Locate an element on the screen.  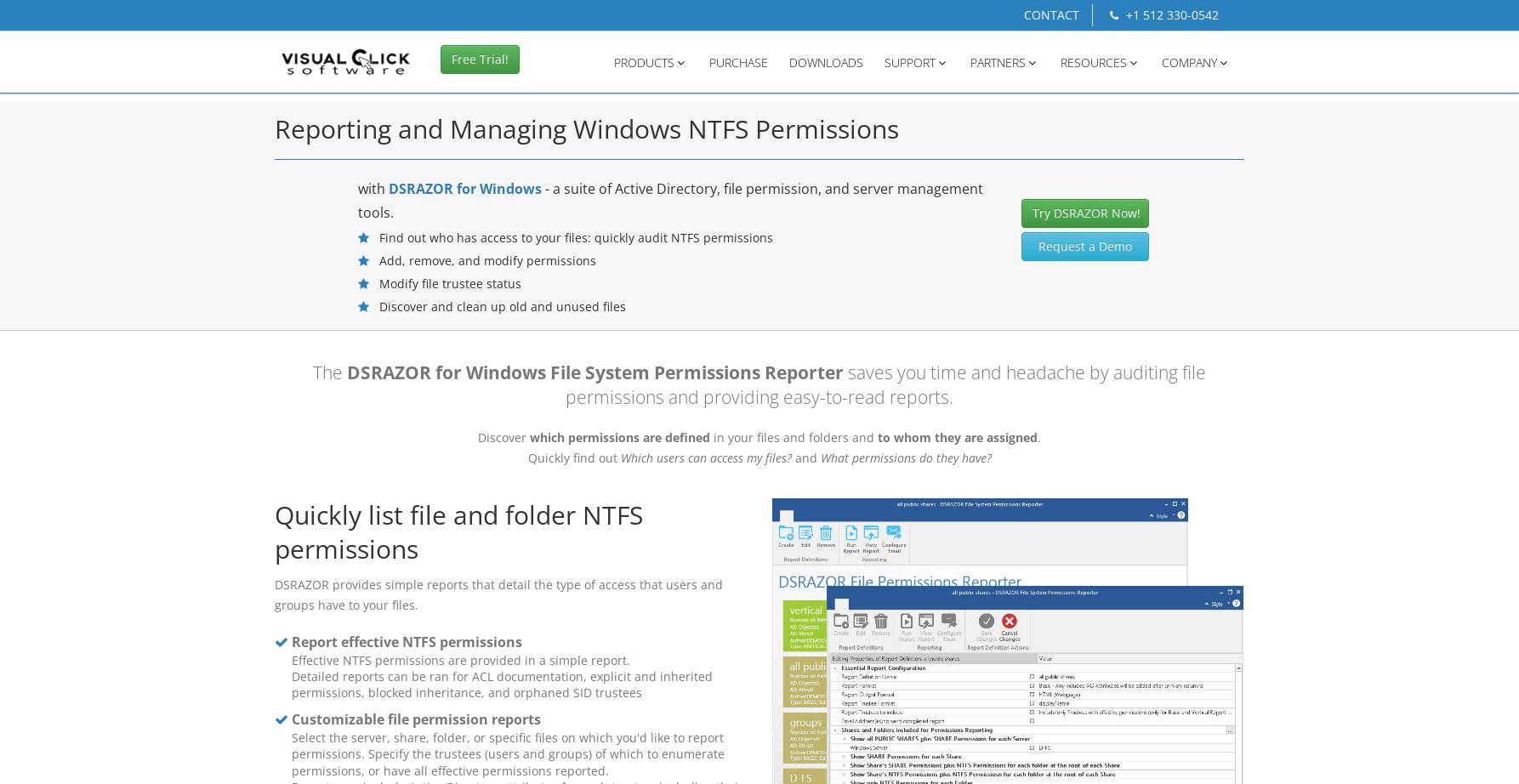
'.' is located at coordinates (1038, 436).